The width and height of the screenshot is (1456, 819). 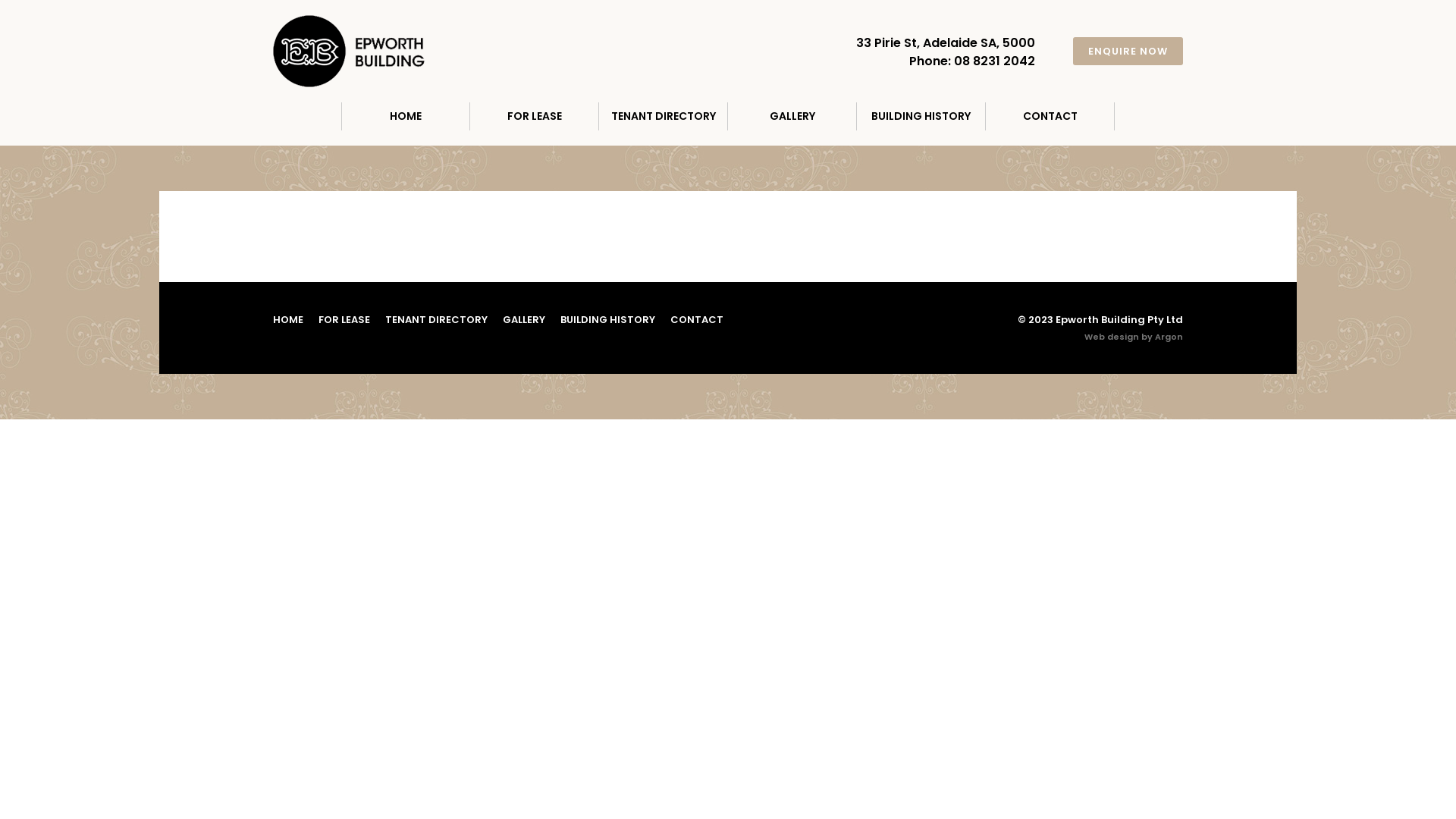 What do you see at coordinates (344, 318) in the screenshot?
I see `'FOR LEASE'` at bounding box center [344, 318].